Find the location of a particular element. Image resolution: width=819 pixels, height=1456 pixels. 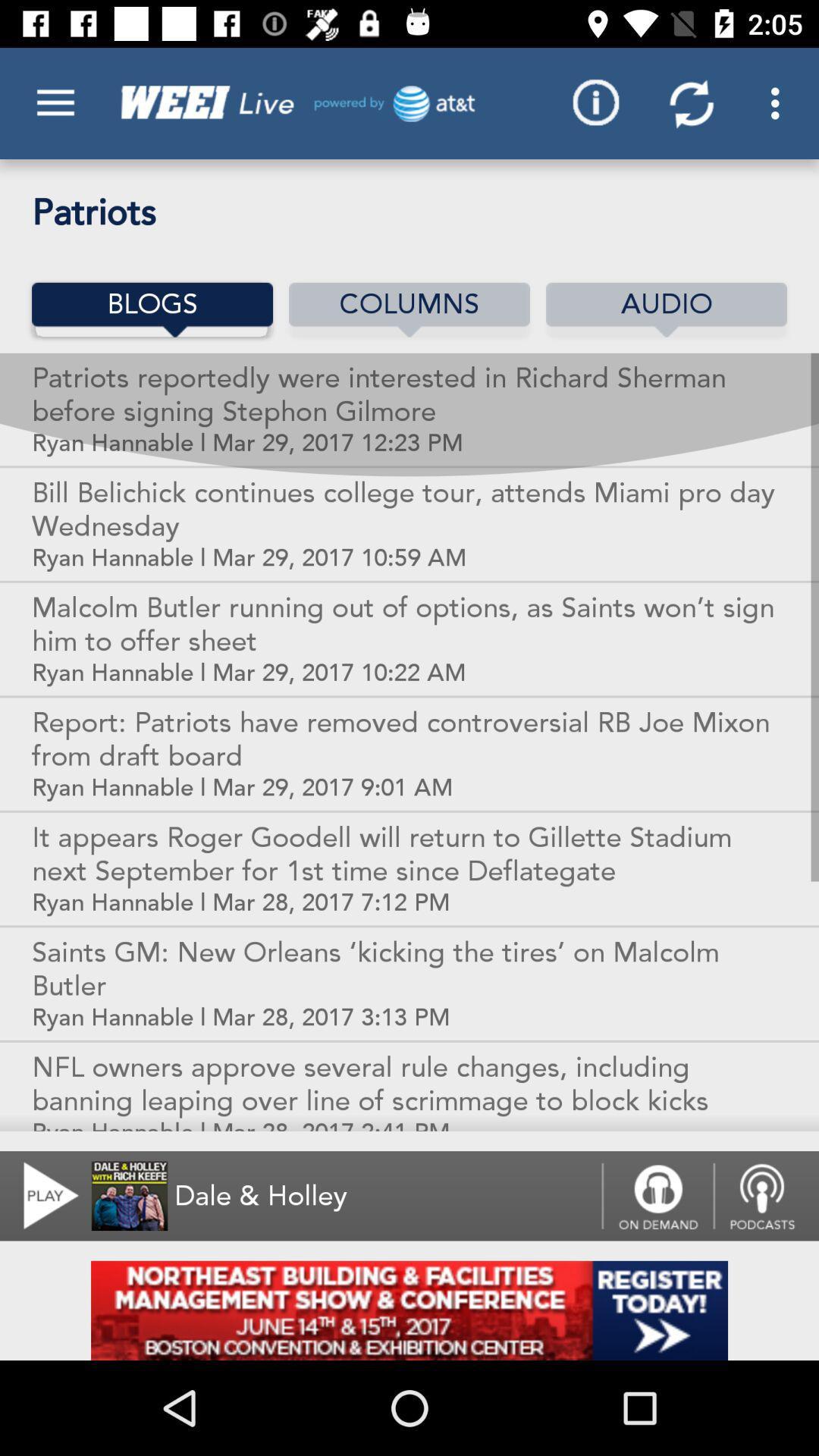

the lock icon is located at coordinates (657, 1195).